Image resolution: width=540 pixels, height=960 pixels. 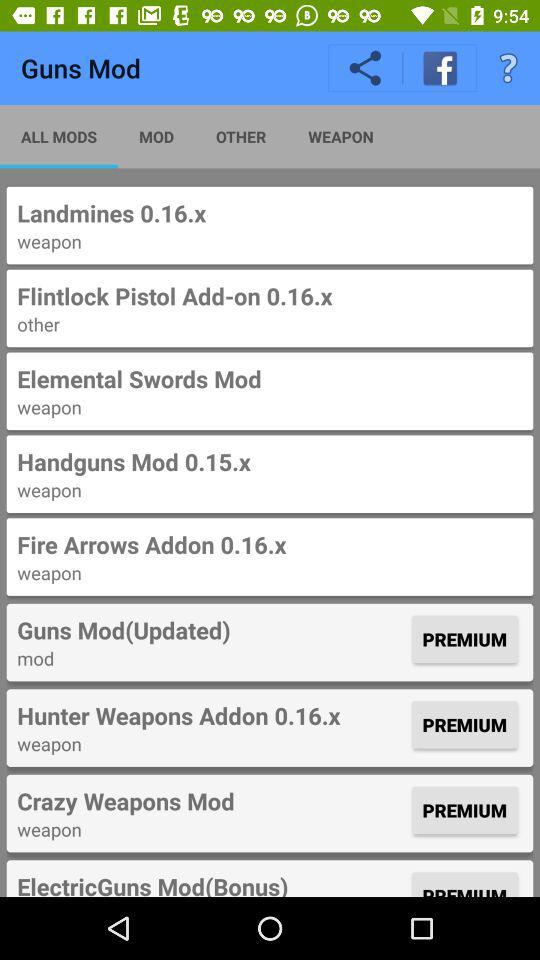 What do you see at coordinates (211, 882) in the screenshot?
I see `the electricguns mod(bonus) icon` at bounding box center [211, 882].